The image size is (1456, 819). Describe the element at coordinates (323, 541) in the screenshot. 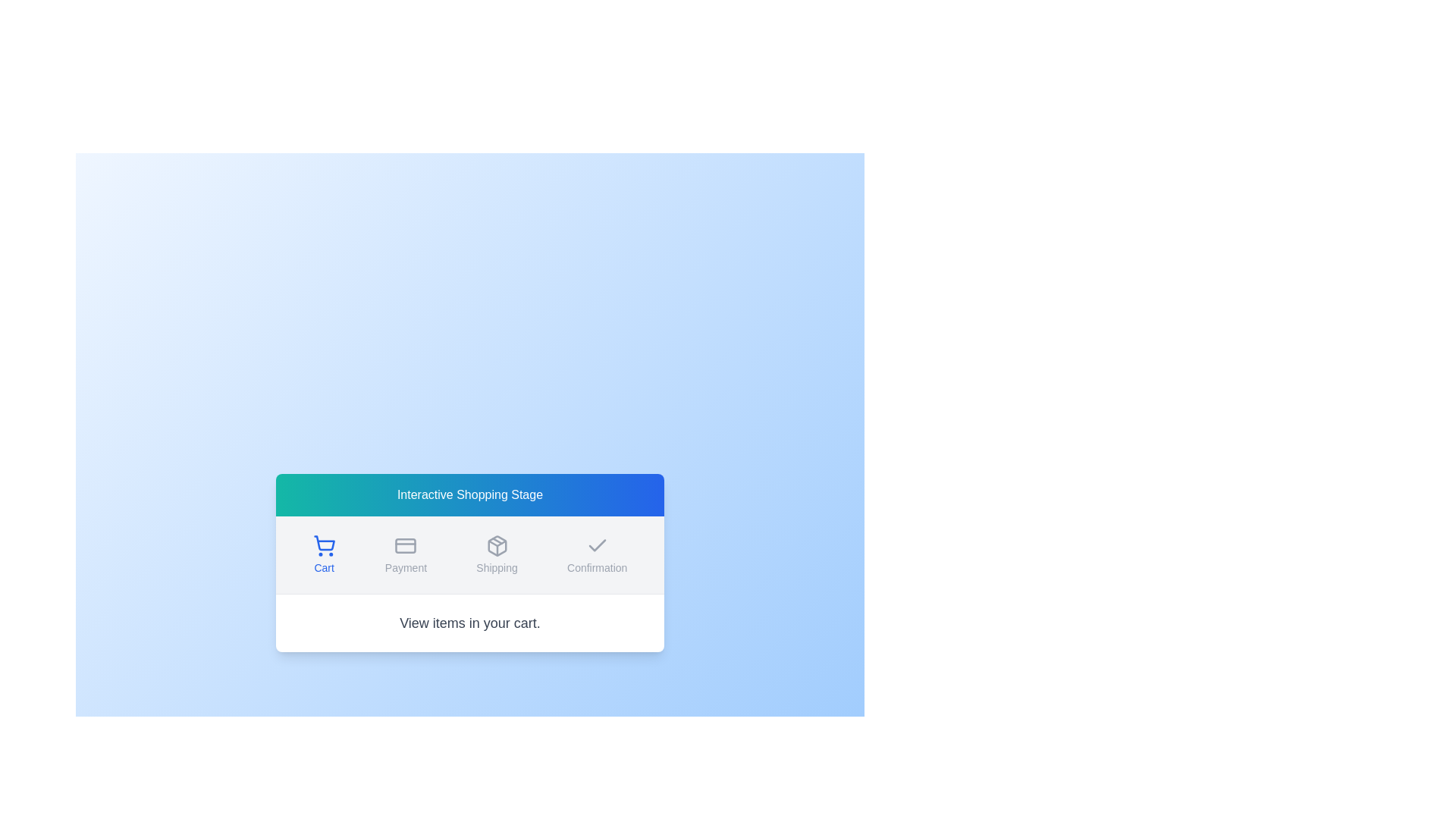

I see `the shopping cart icon, which is a minimalistic blue outline located at the top-left corner of the navigation card representing the 'Cart' section` at that location.